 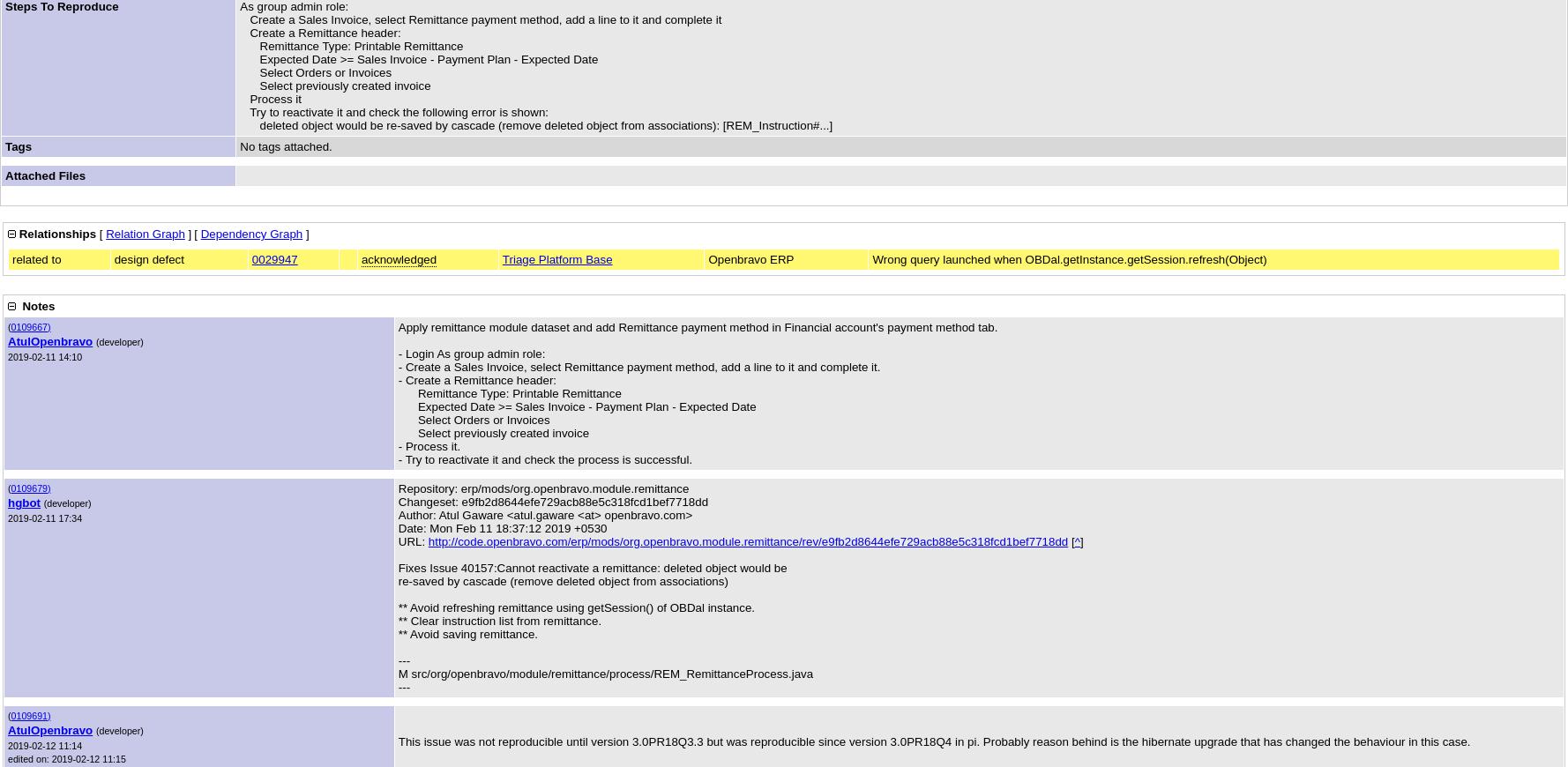 What do you see at coordinates (145, 234) in the screenshot?
I see `'Relation Graph'` at bounding box center [145, 234].